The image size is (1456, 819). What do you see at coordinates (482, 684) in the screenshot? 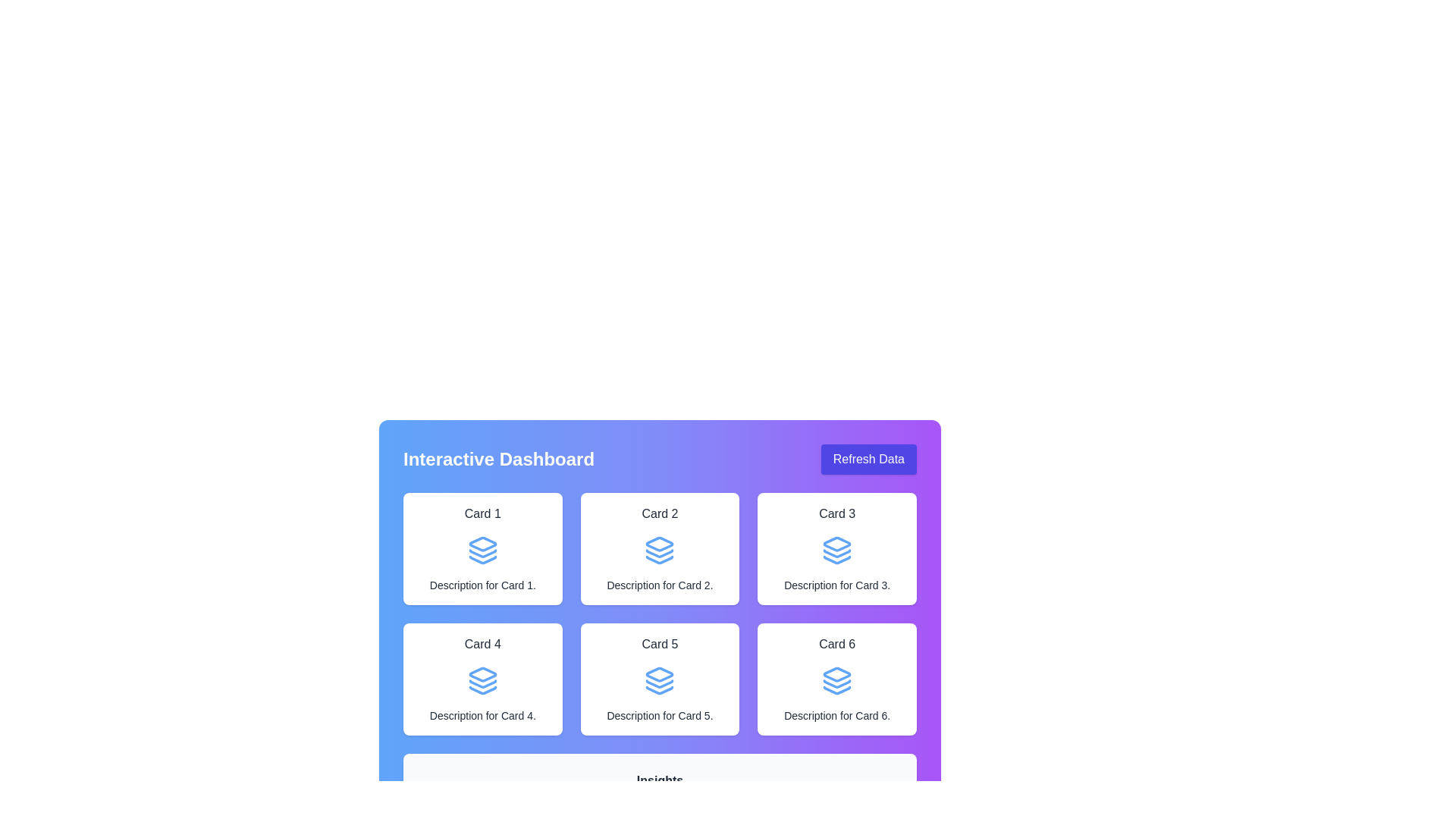
I see `the middle layer of the stylized layered icon located within 'Card 4' in the second row, first column of the grid layout` at bounding box center [482, 684].